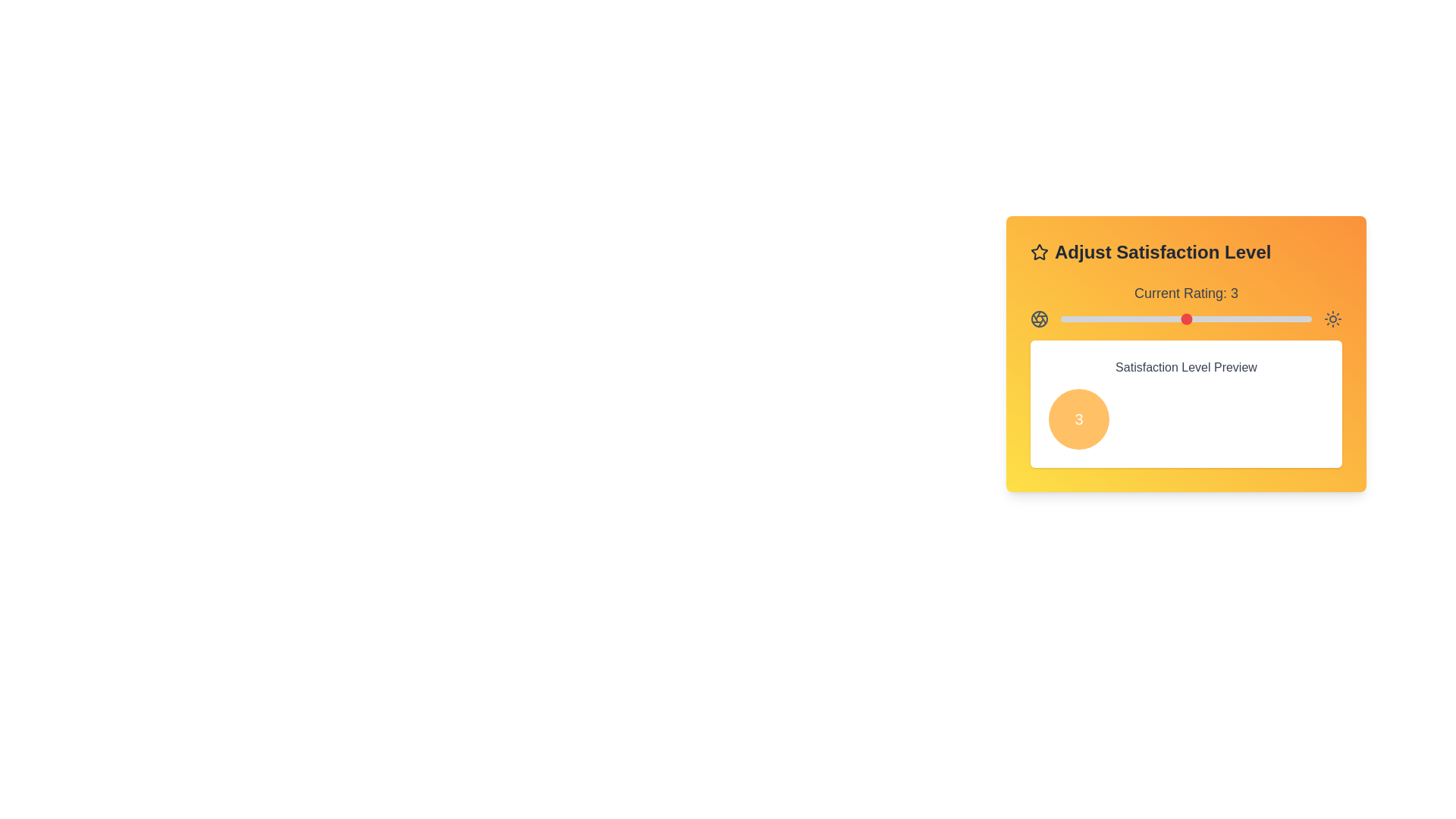 The height and width of the screenshot is (819, 1456). I want to click on the slider to set the rating to 1, so click(1059, 318).